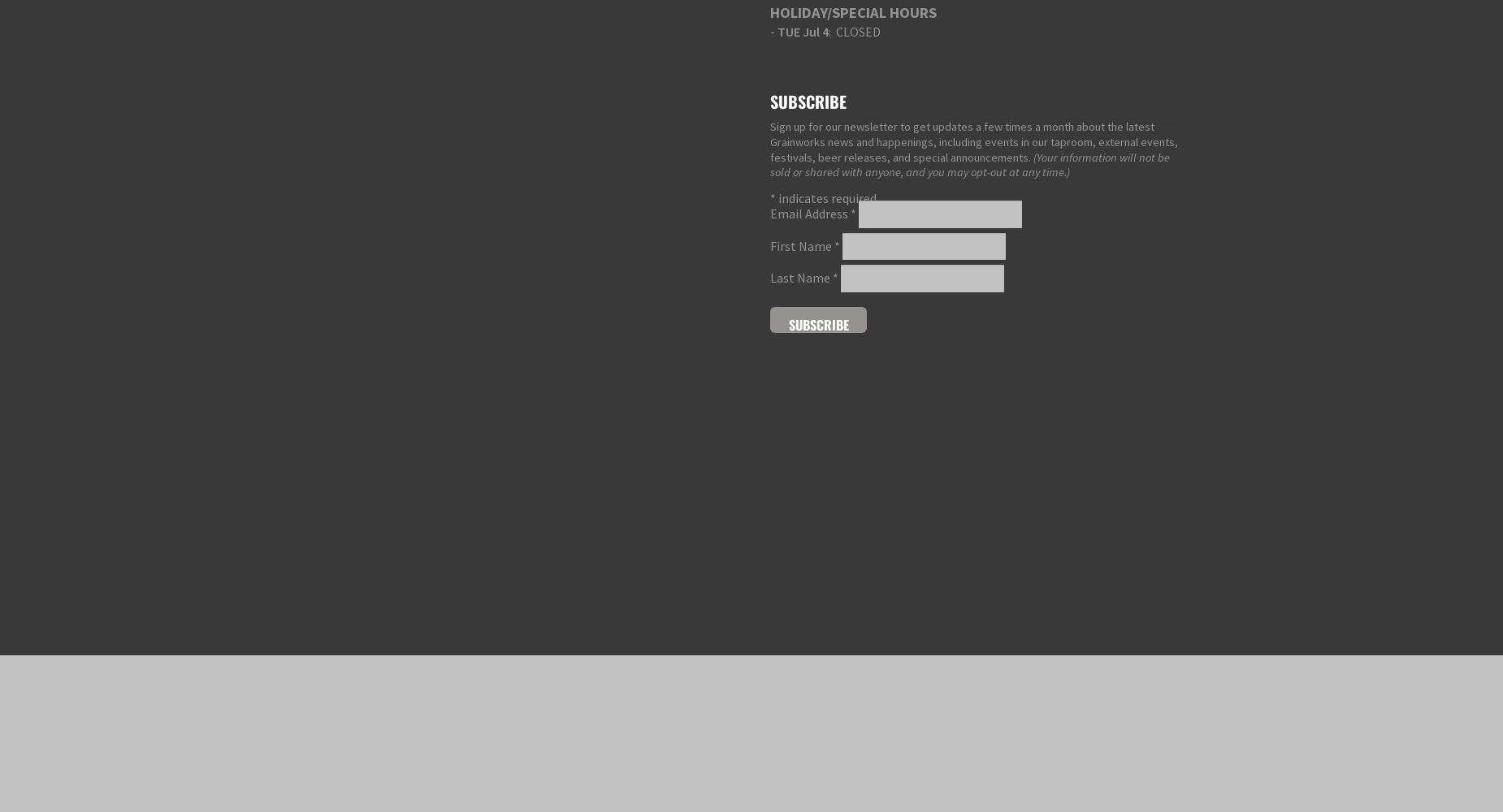 Image resolution: width=1503 pixels, height=812 pixels. I want to click on 'Last Name', so click(800, 277).